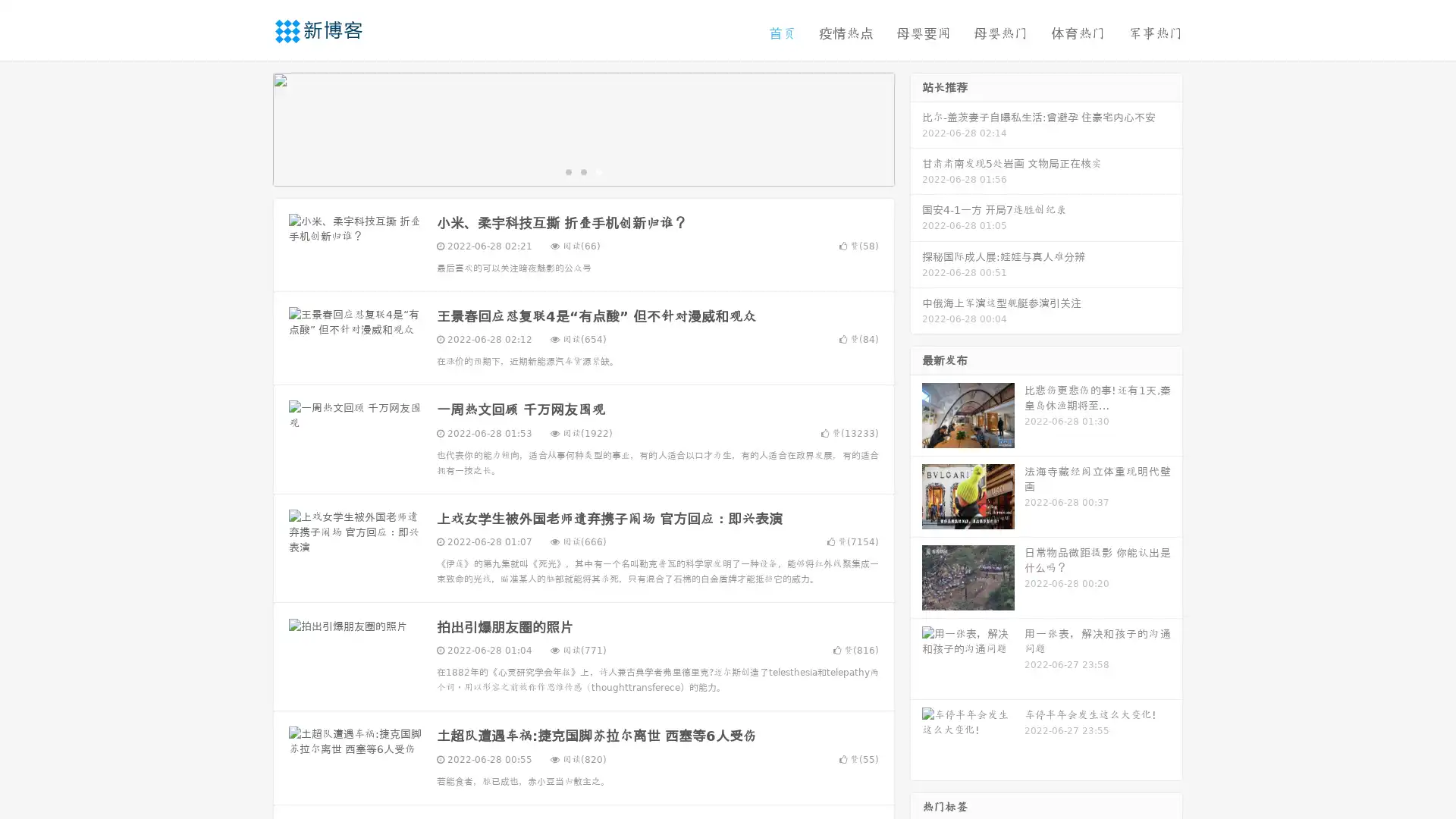 The width and height of the screenshot is (1456, 819). I want to click on Go to slide 2, so click(582, 171).